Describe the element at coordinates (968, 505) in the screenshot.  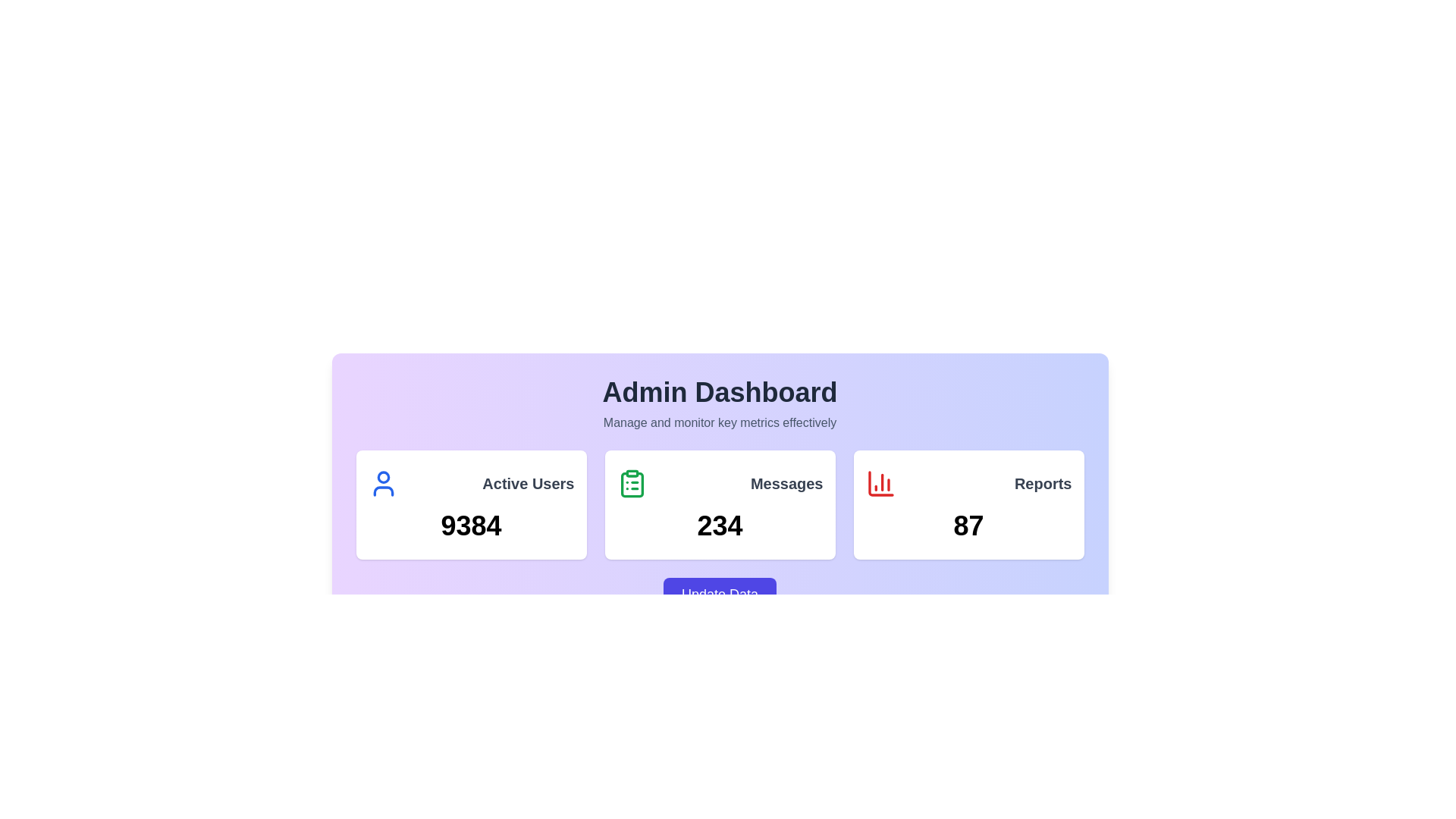
I see `the Information card displaying 'Reports' with a large numeral '87' centered, located as the third card in the grid layout beneath 'Admin Dashboard'` at that location.